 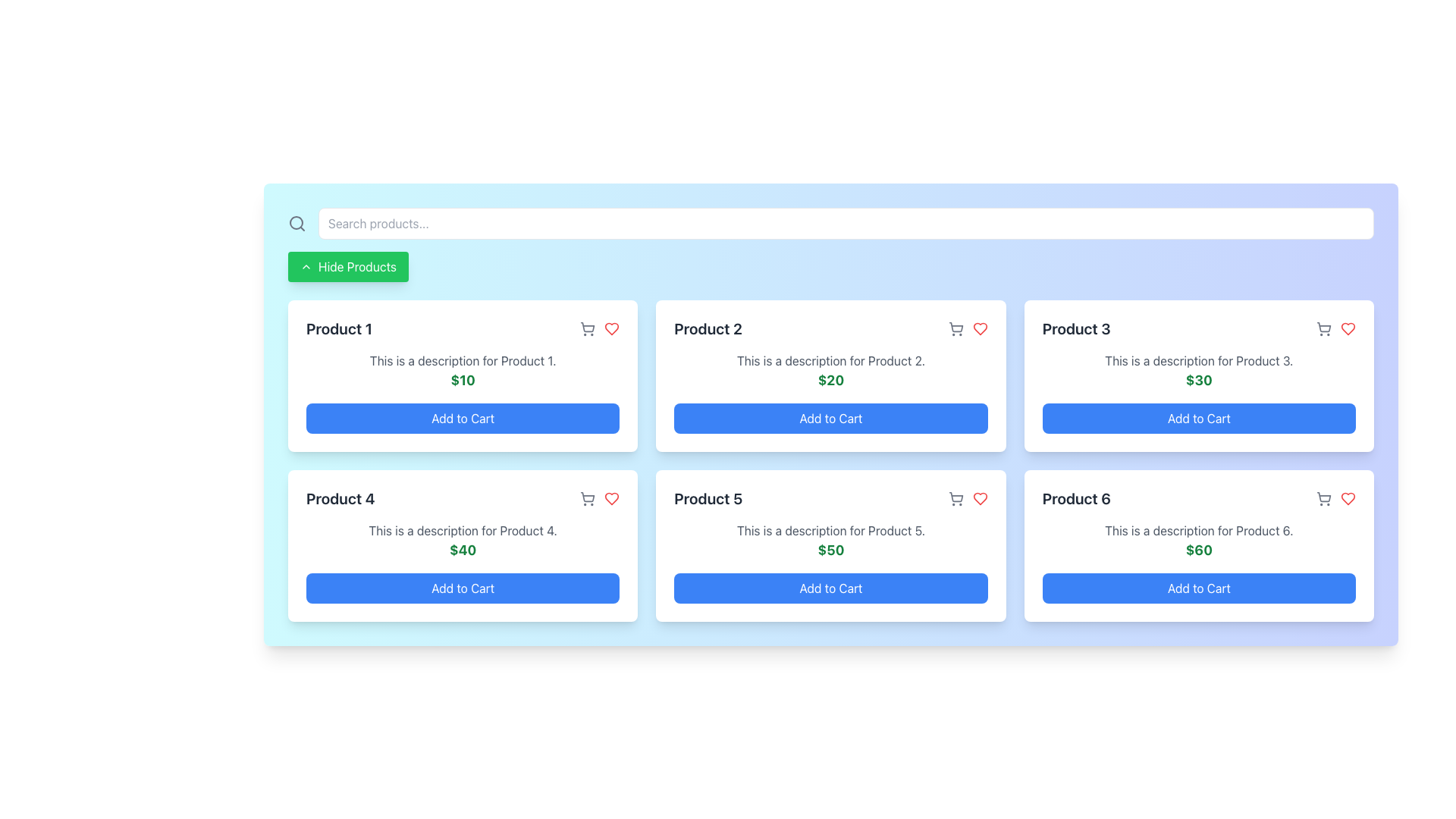 What do you see at coordinates (462, 550) in the screenshot?
I see `the price label displaying '$40' for 'Product 4', which is prominently styled in green and located centrally between the product description and the 'Add to Cart' button` at bounding box center [462, 550].